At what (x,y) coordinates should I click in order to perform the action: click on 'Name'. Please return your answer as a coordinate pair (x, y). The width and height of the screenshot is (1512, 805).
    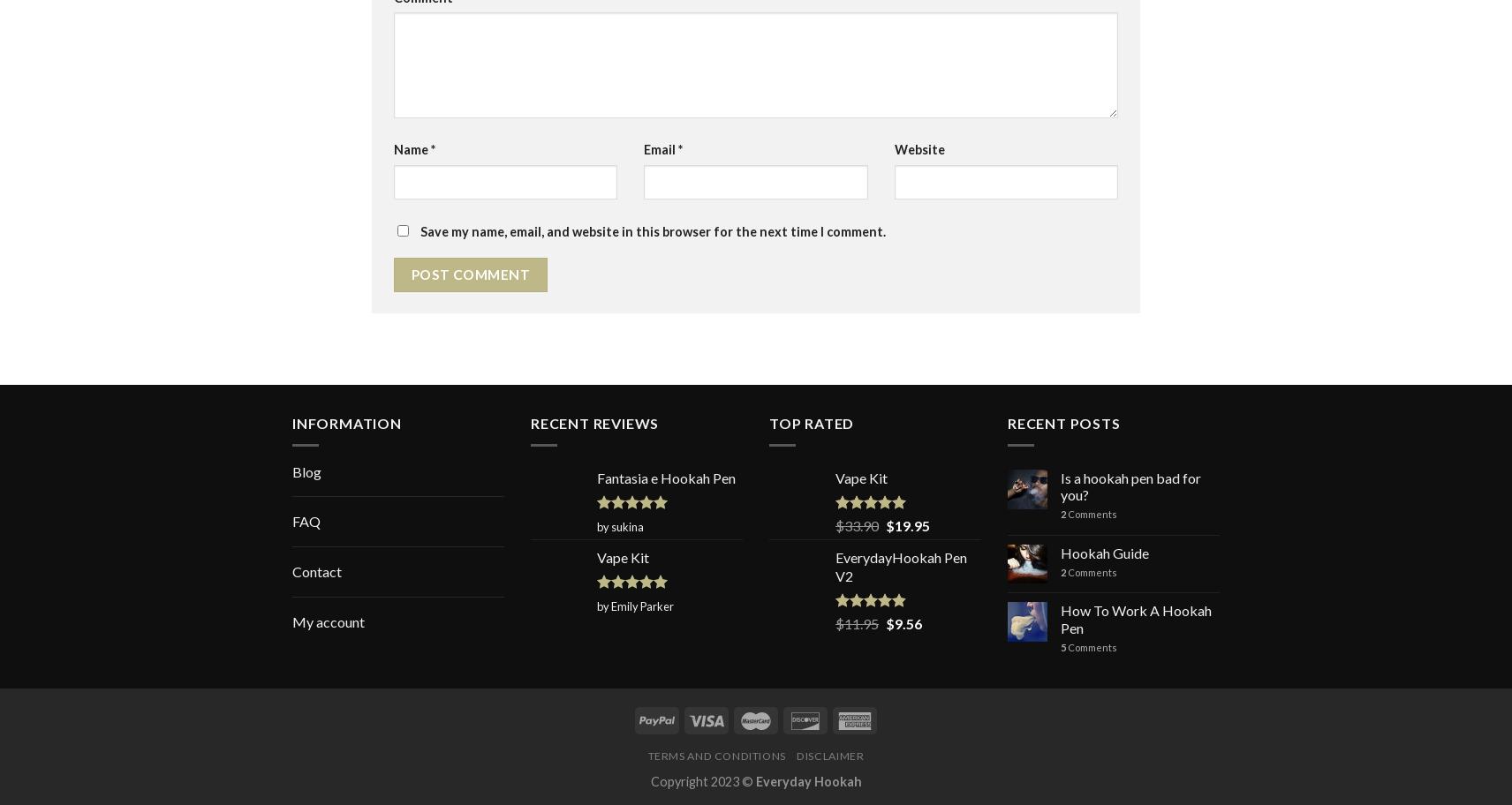
    Looking at the image, I should click on (412, 148).